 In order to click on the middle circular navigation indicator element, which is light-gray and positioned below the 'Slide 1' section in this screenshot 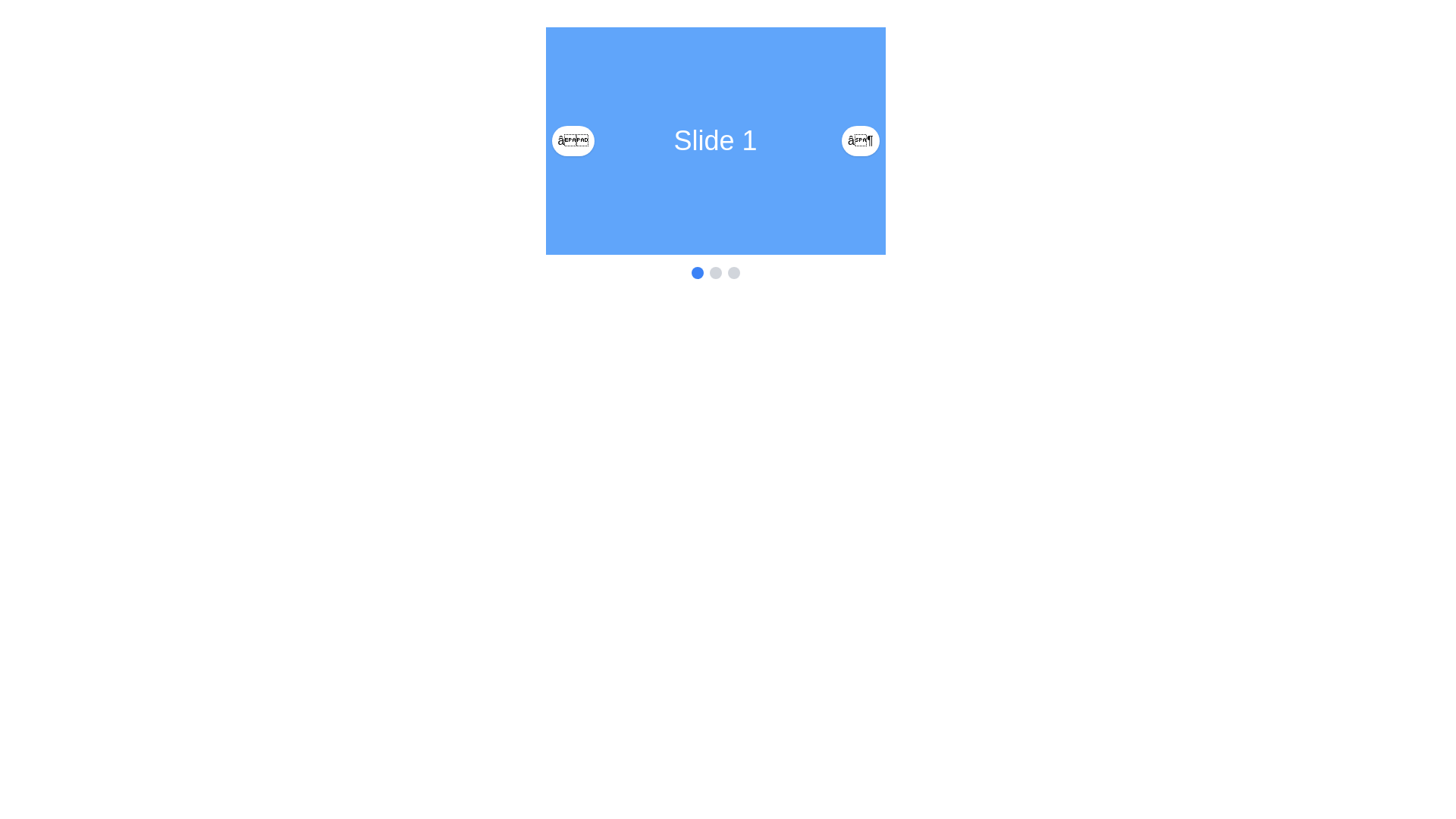, I will do `click(714, 271)`.